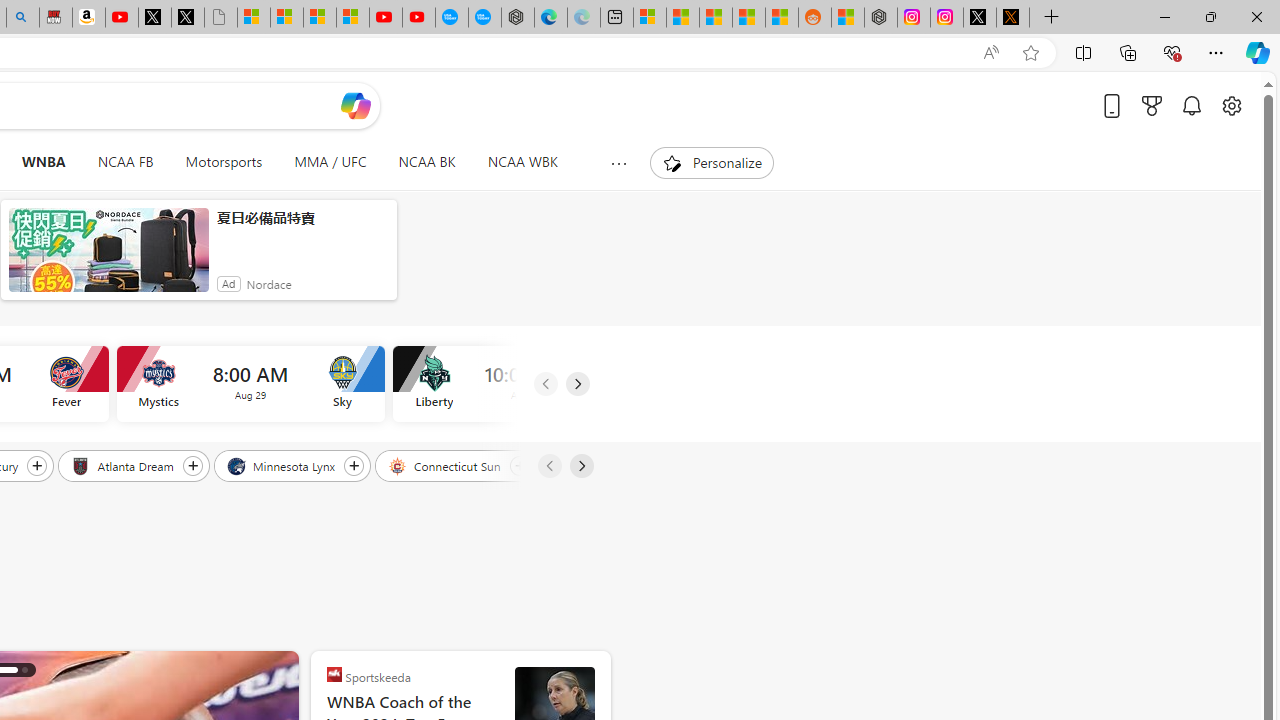 The image size is (1280, 720). What do you see at coordinates (334, 674) in the screenshot?
I see `'Sportskeeda'` at bounding box center [334, 674].